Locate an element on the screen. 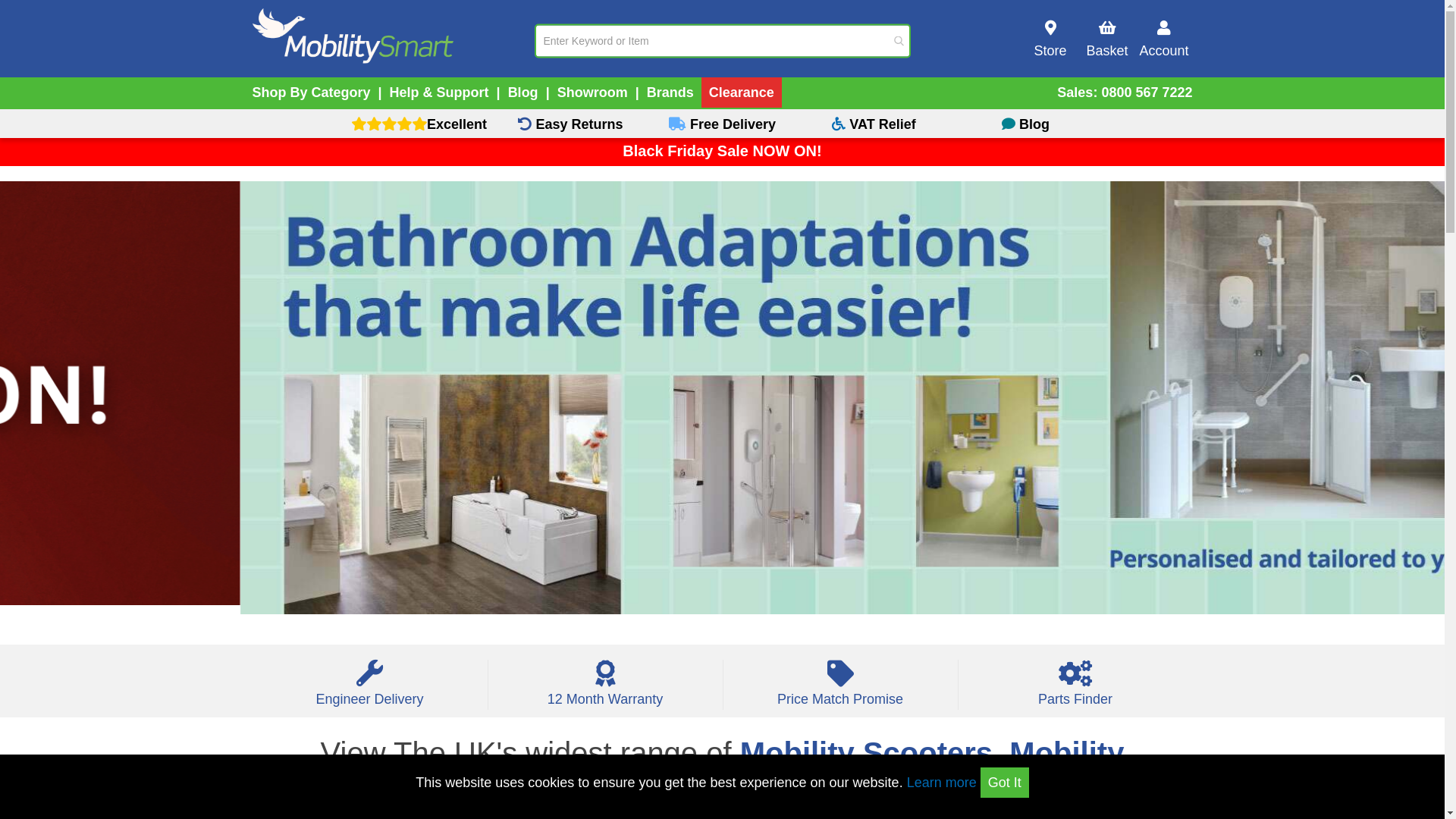  'Excellent' is located at coordinates (419, 123).